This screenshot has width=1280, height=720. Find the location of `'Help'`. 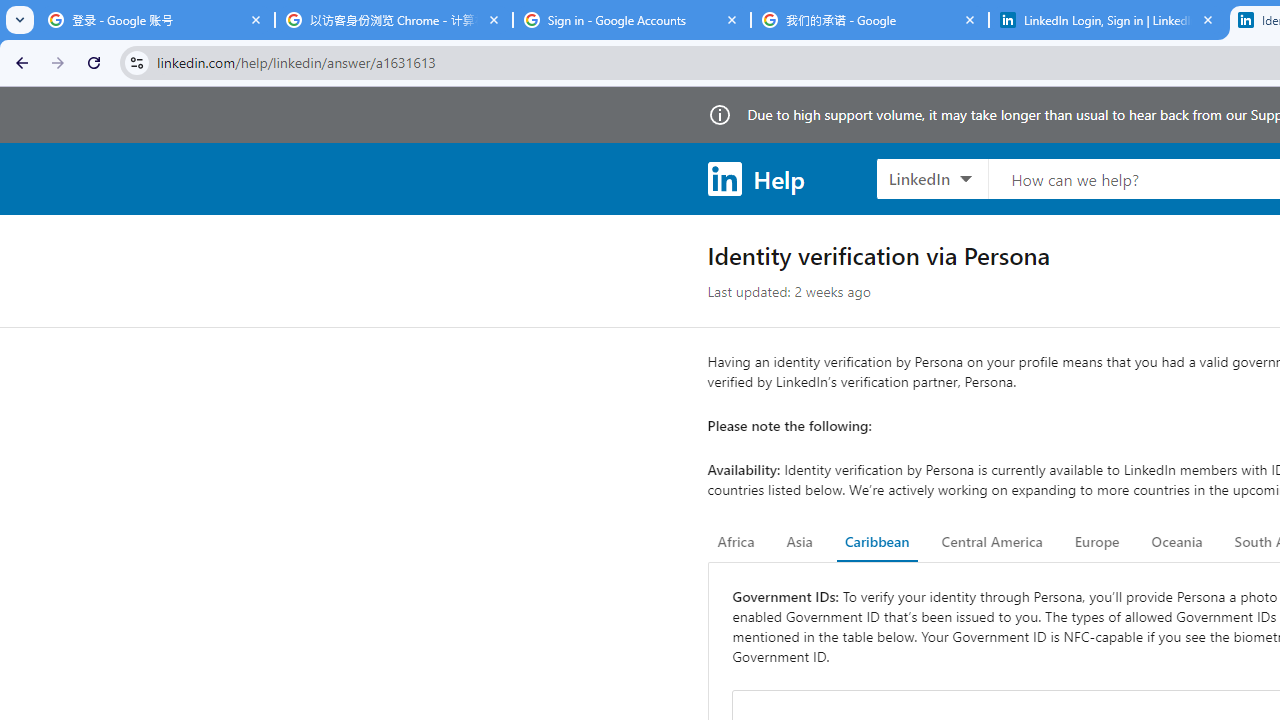

'Help' is located at coordinates (754, 177).